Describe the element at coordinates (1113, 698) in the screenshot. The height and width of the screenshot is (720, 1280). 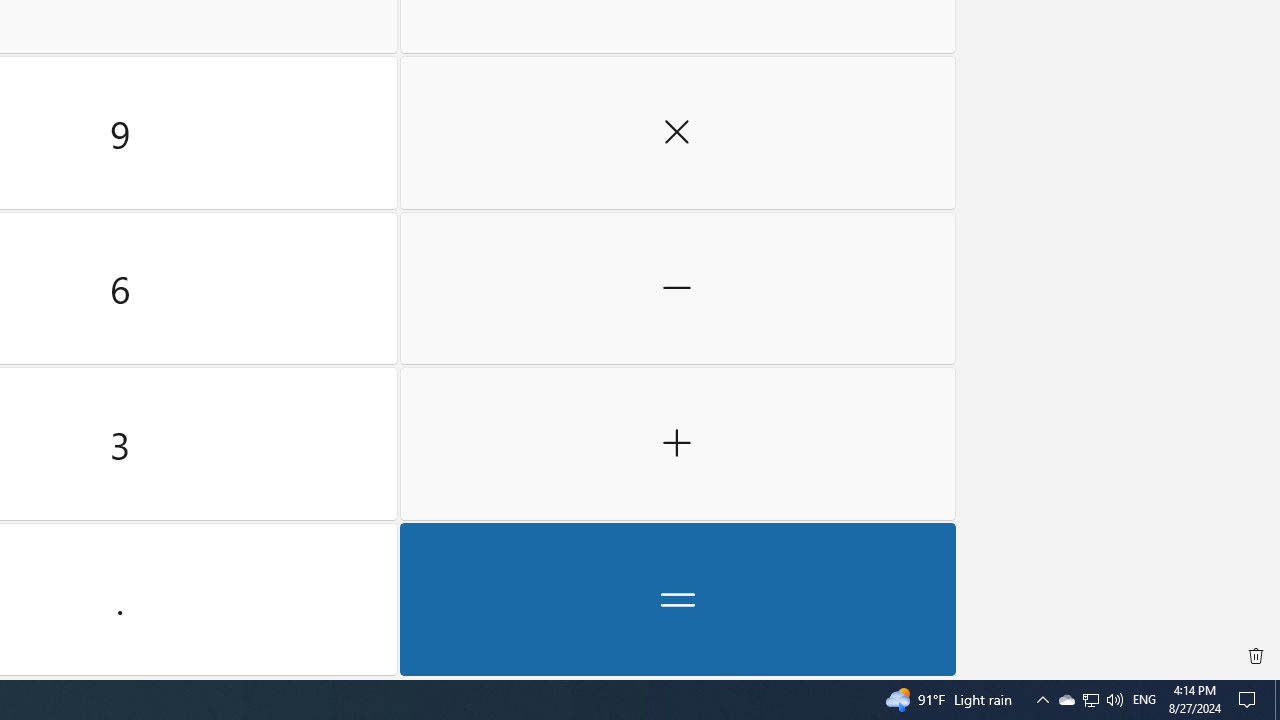
I see `'Q2790: 100%'` at that location.